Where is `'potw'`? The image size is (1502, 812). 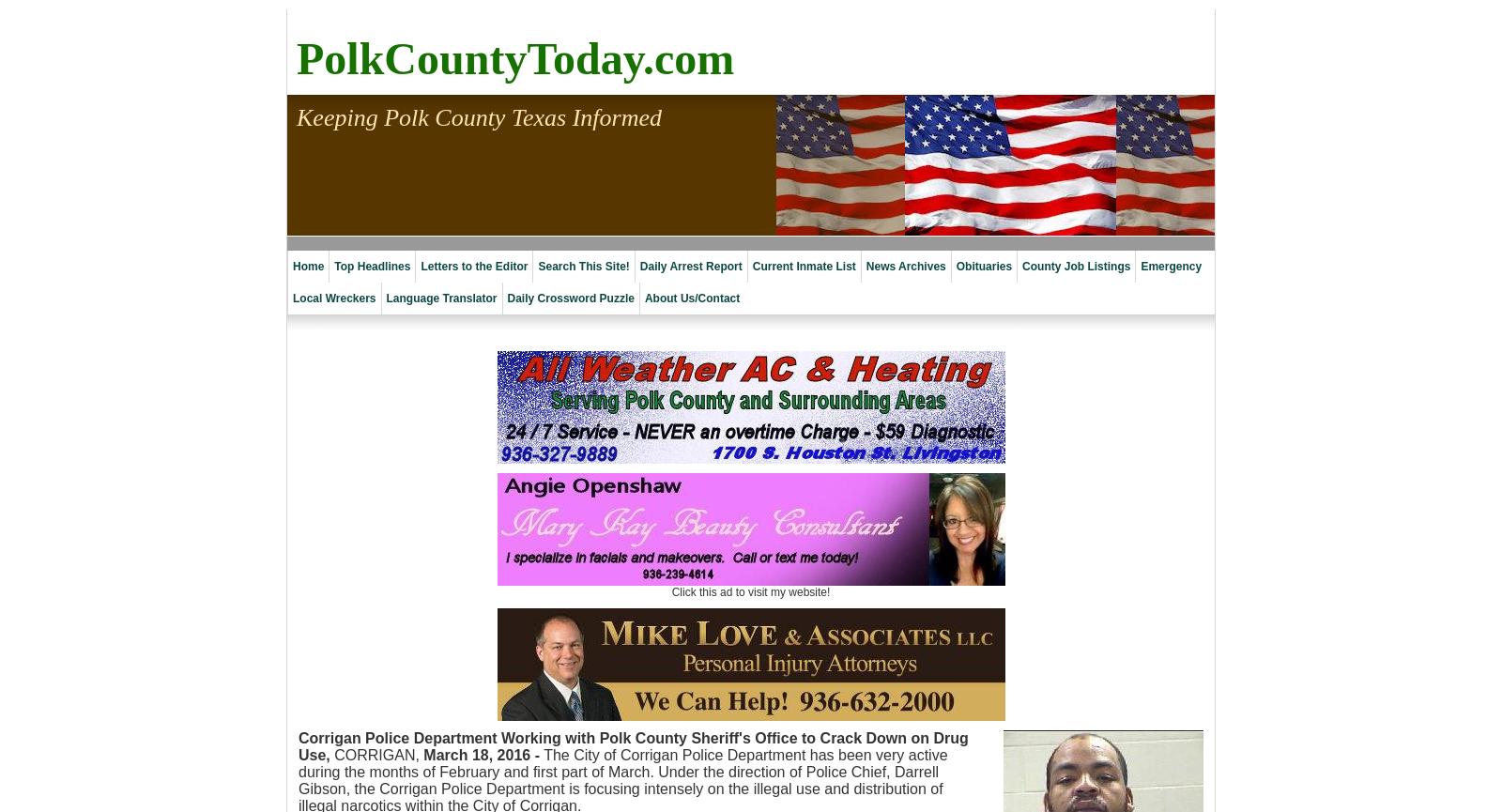
'potw' is located at coordinates (656, 331).